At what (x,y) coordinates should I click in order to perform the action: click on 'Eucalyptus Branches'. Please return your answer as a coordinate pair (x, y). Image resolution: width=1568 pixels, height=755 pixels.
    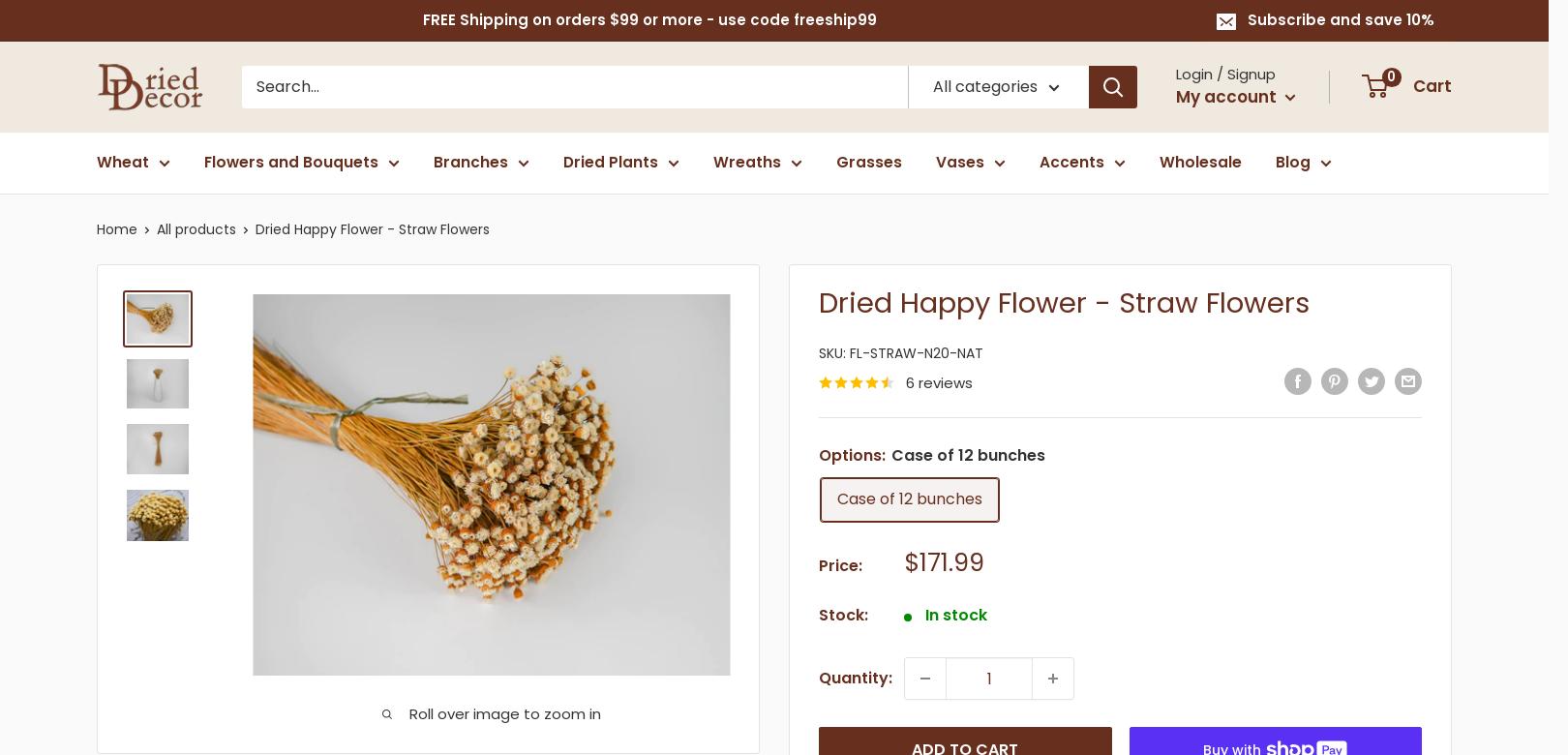
    Looking at the image, I should click on (569, 225).